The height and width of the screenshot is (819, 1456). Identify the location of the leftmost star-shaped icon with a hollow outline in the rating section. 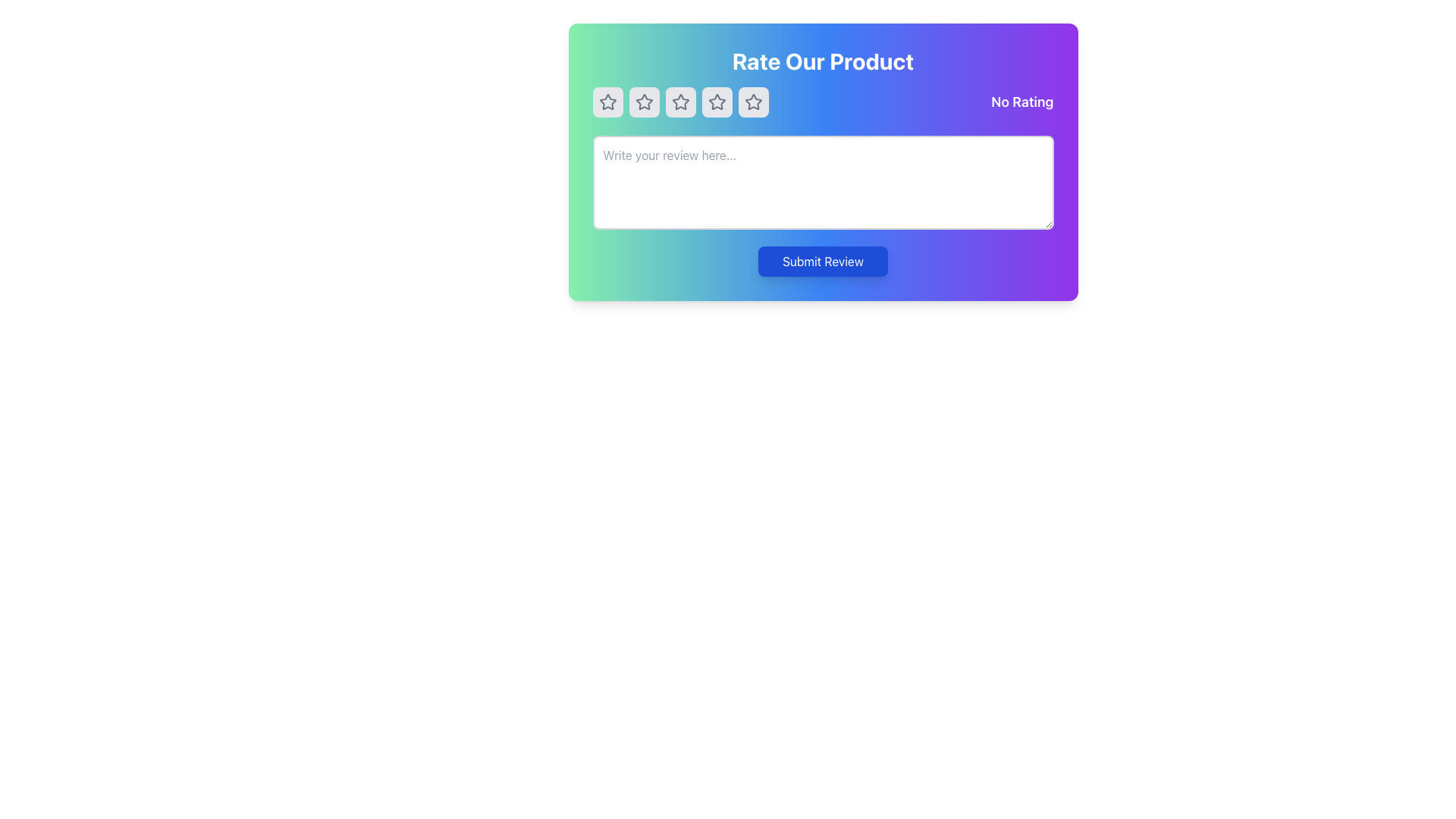
(607, 102).